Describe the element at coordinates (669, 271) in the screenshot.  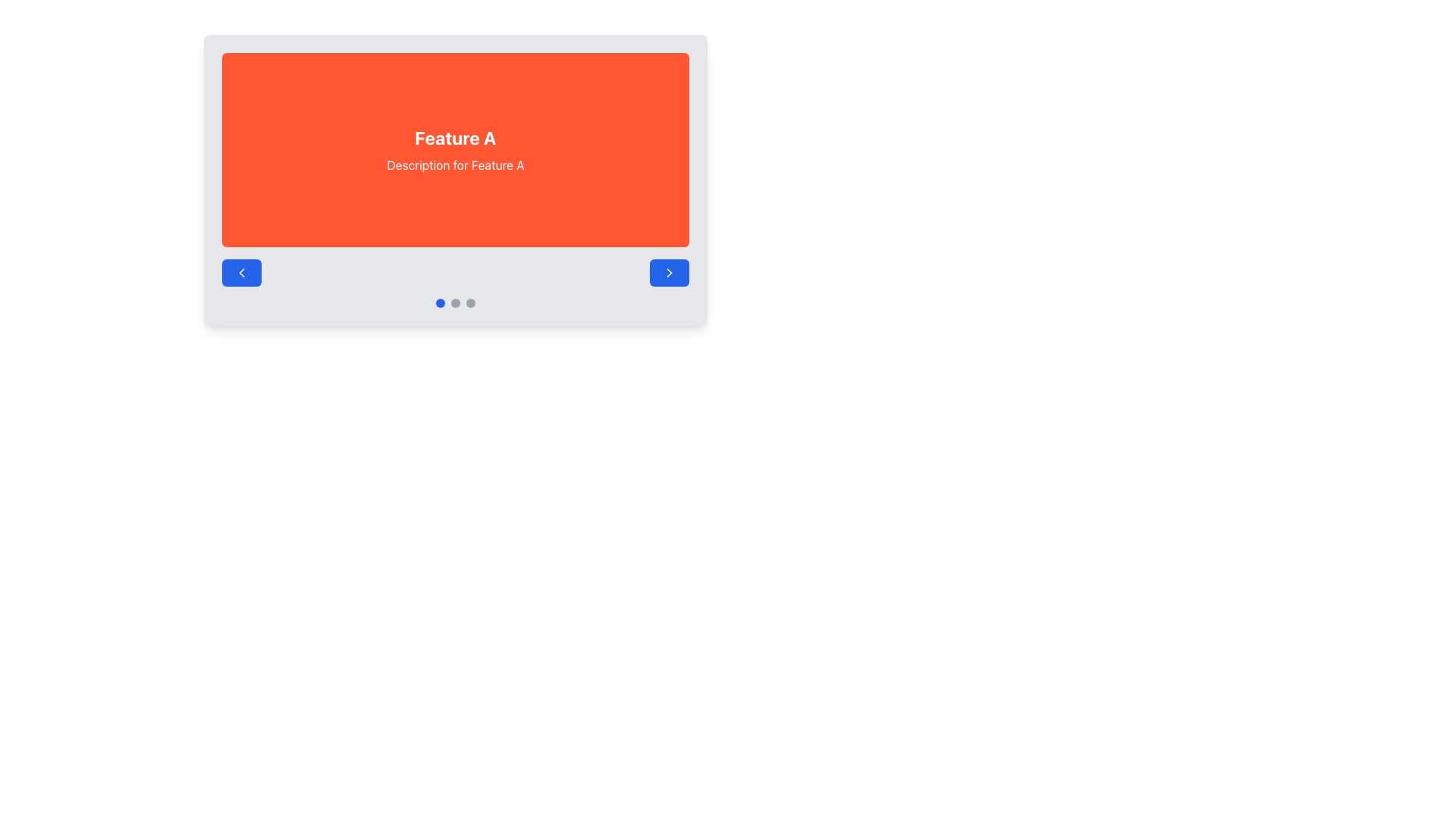
I see `the 'Next' button located at the far-right end of the carousel` at that location.